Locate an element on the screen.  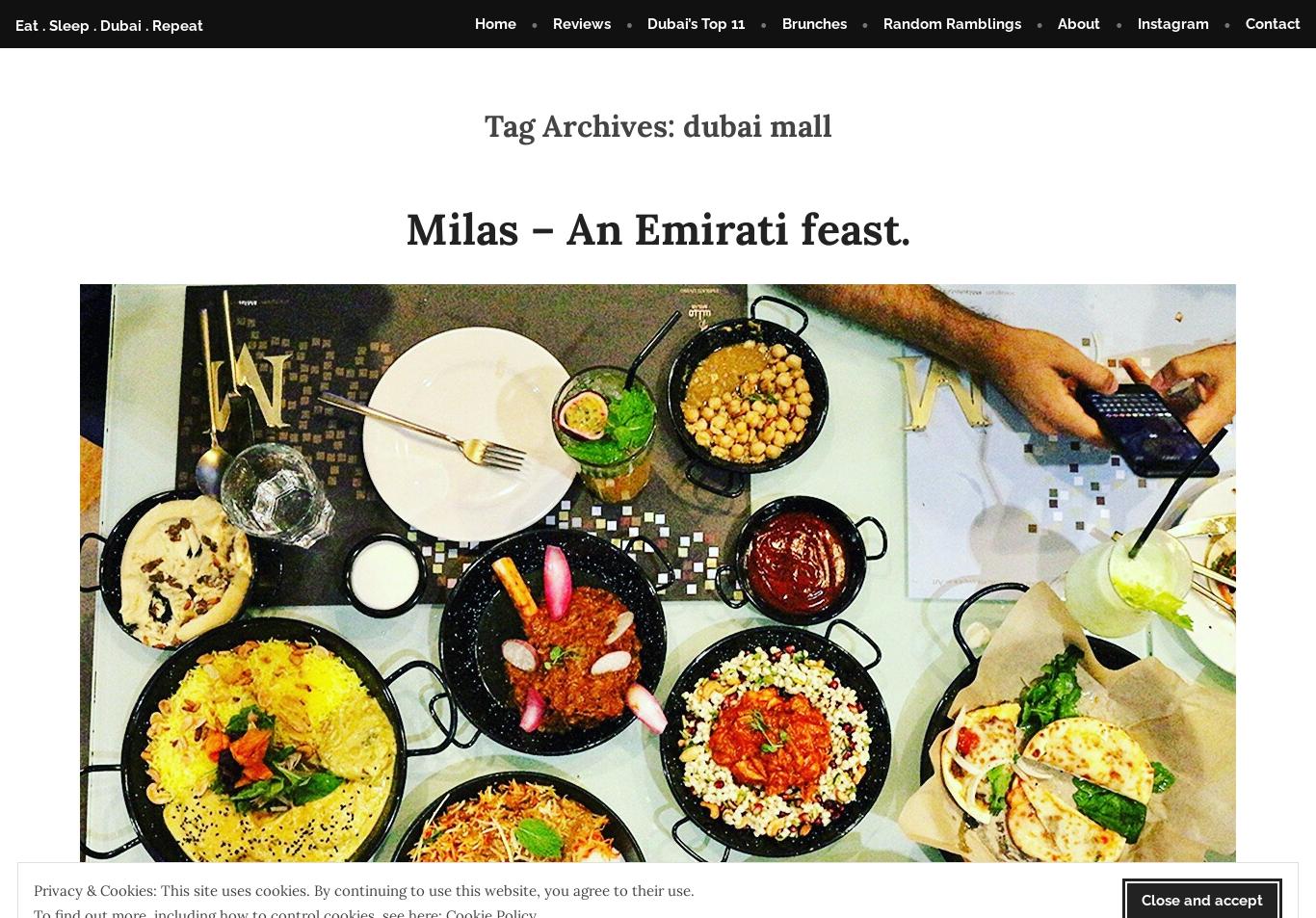
'Milas – An Emirati feast.' is located at coordinates (658, 226).